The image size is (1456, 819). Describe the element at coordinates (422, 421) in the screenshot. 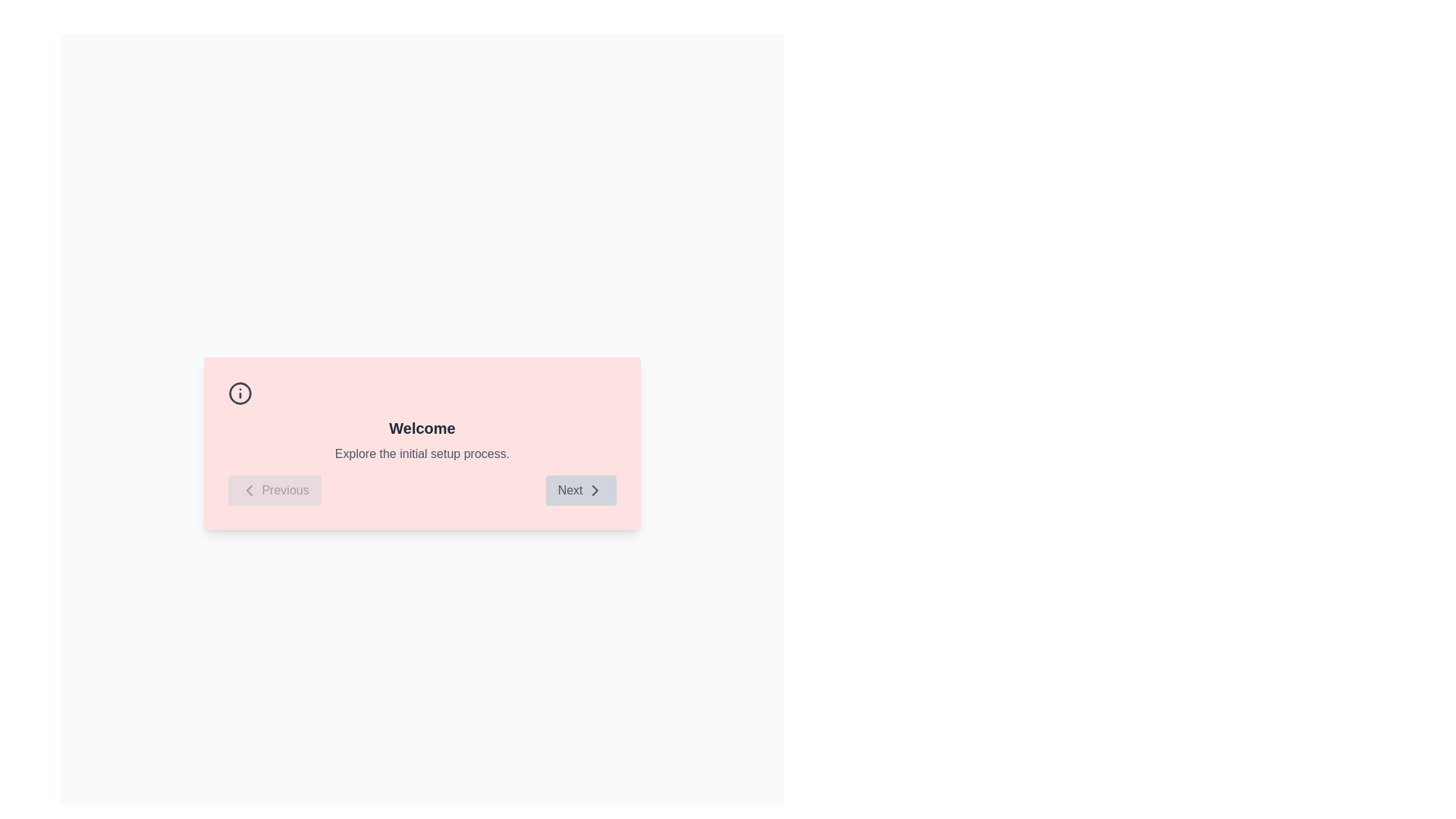

I see `welcome message from the Text Block located centrally above the 'Previous' and 'Next' buttons in a light pink background` at that location.